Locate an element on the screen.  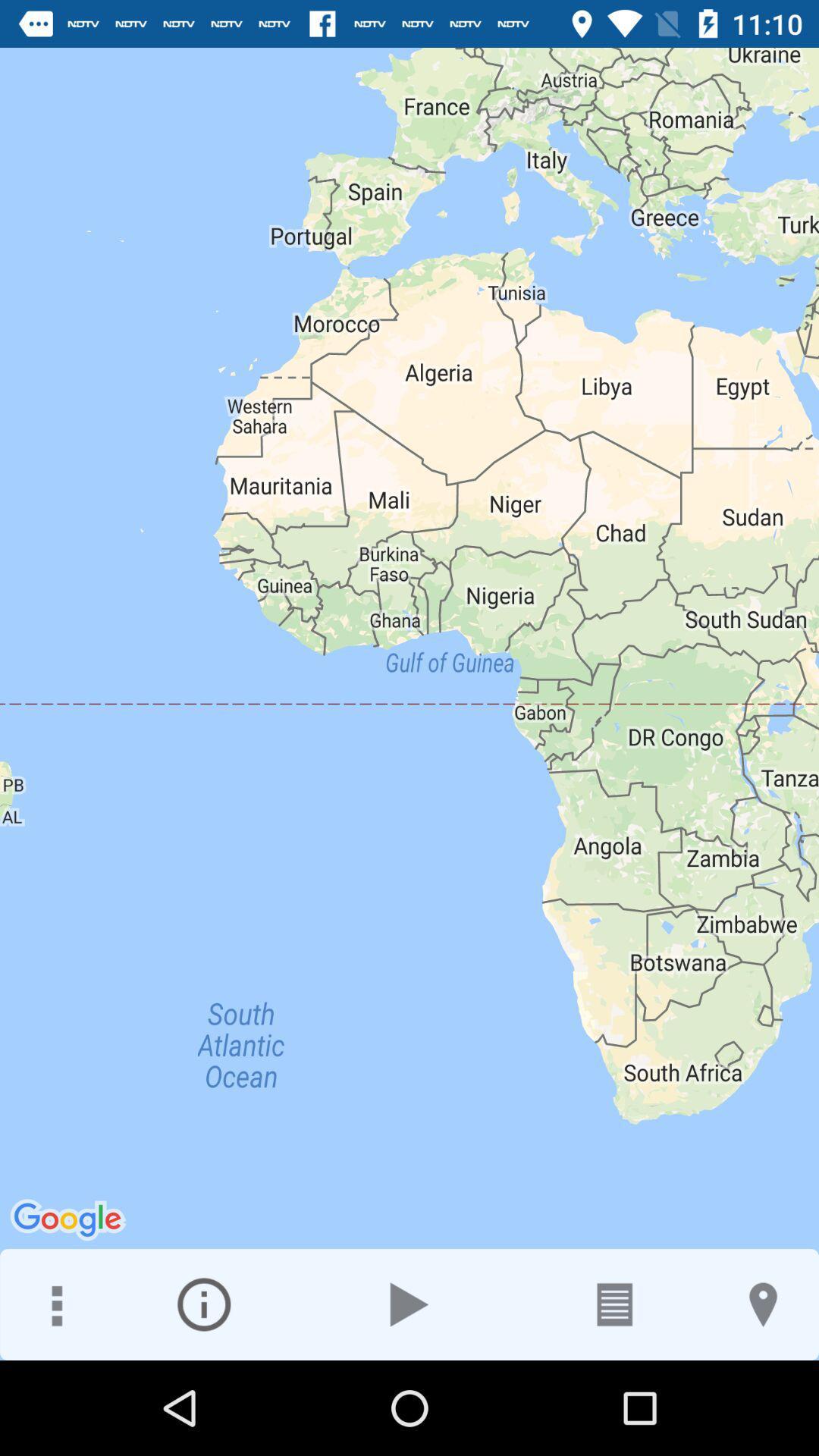
the icon at the center is located at coordinates (409, 703).